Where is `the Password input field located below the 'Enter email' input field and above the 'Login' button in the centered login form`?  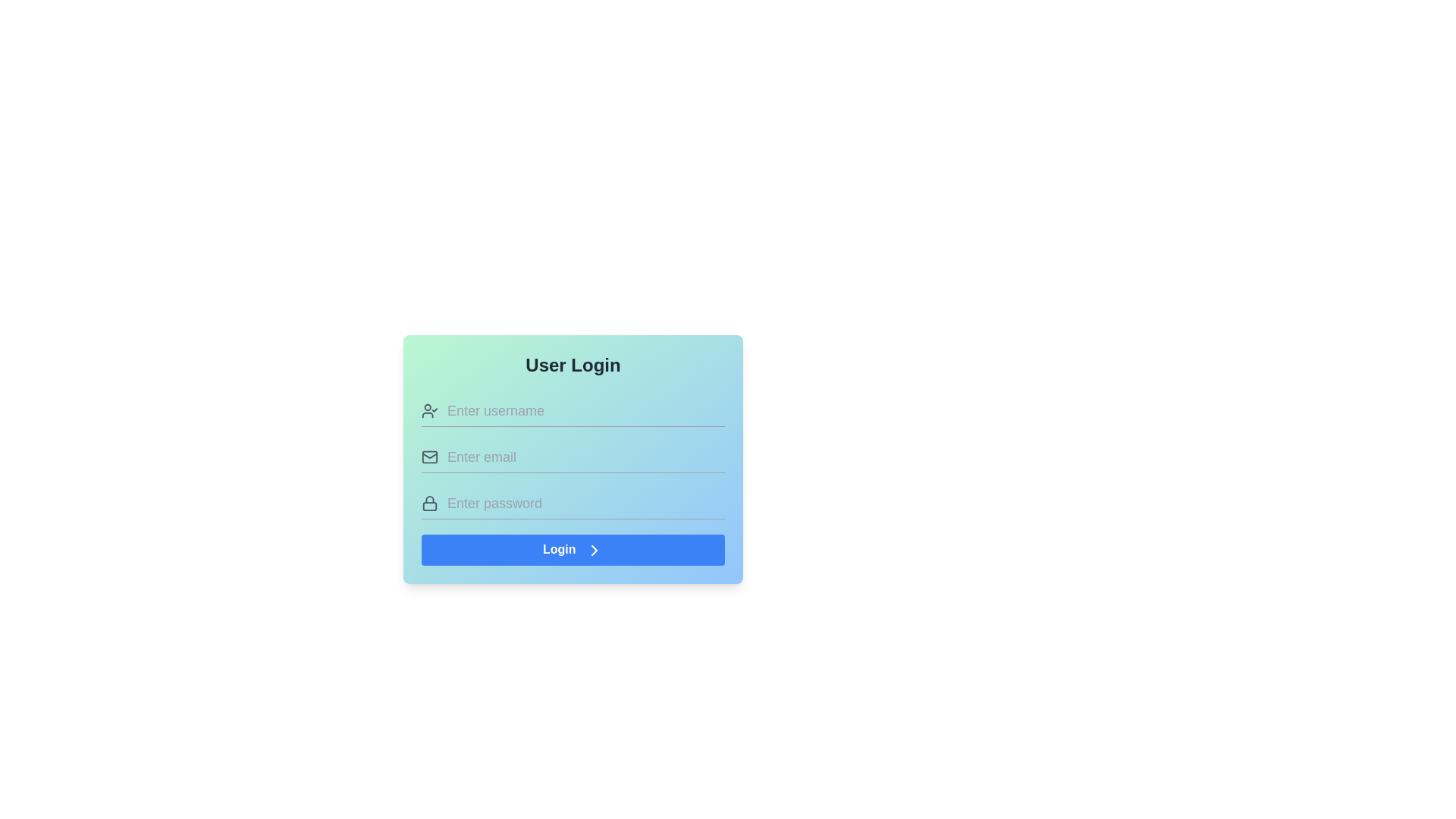
the Password input field located below the 'Enter email' input field and above the 'Login' button in the centered login form is located at coordinates (572, 503).